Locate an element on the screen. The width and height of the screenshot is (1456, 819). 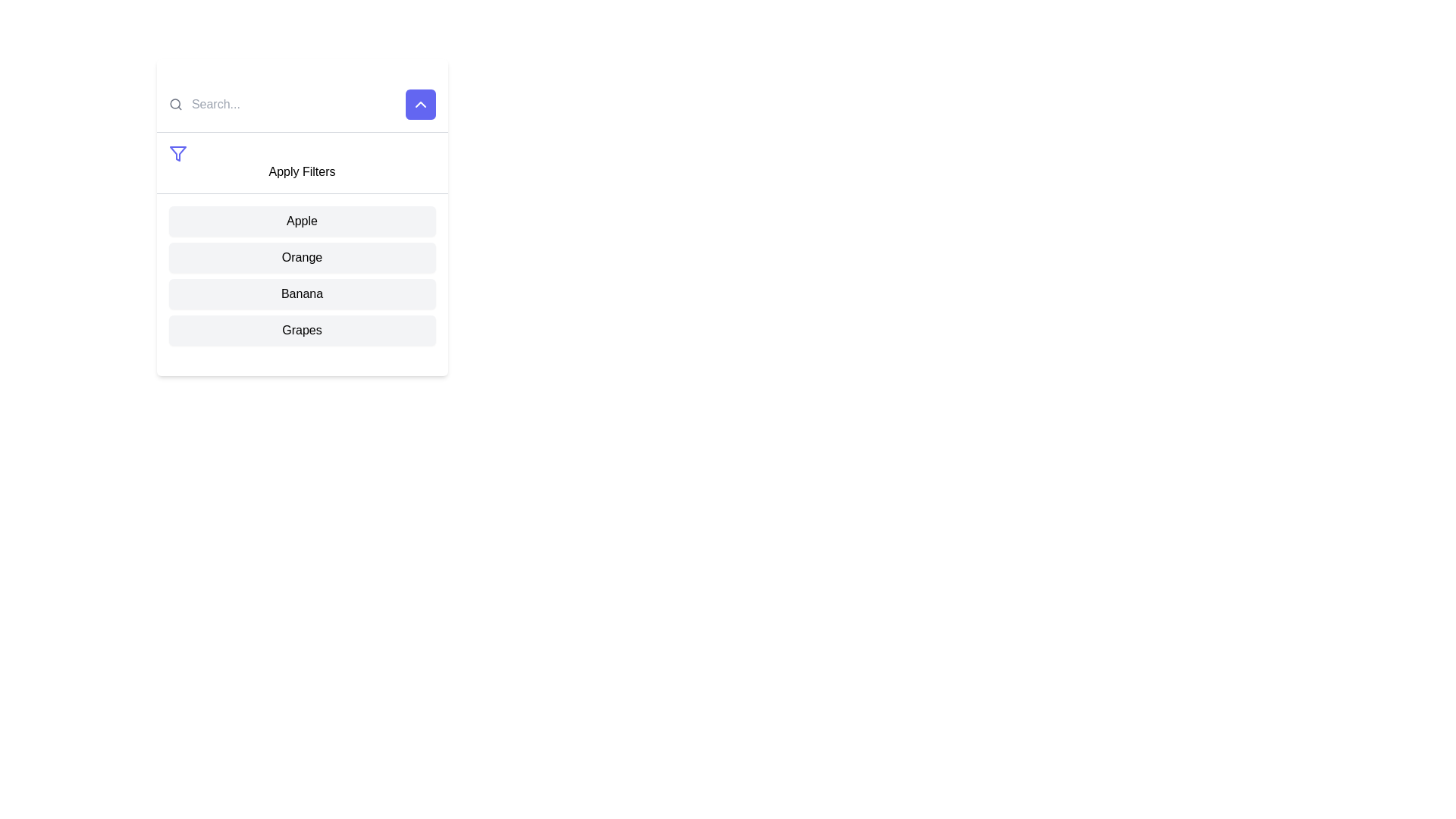
the small upward-pointing chevron icon located in the top-right corner of the user interface, which is inside a rounded rectangular button is located at coordinates (420, 104).